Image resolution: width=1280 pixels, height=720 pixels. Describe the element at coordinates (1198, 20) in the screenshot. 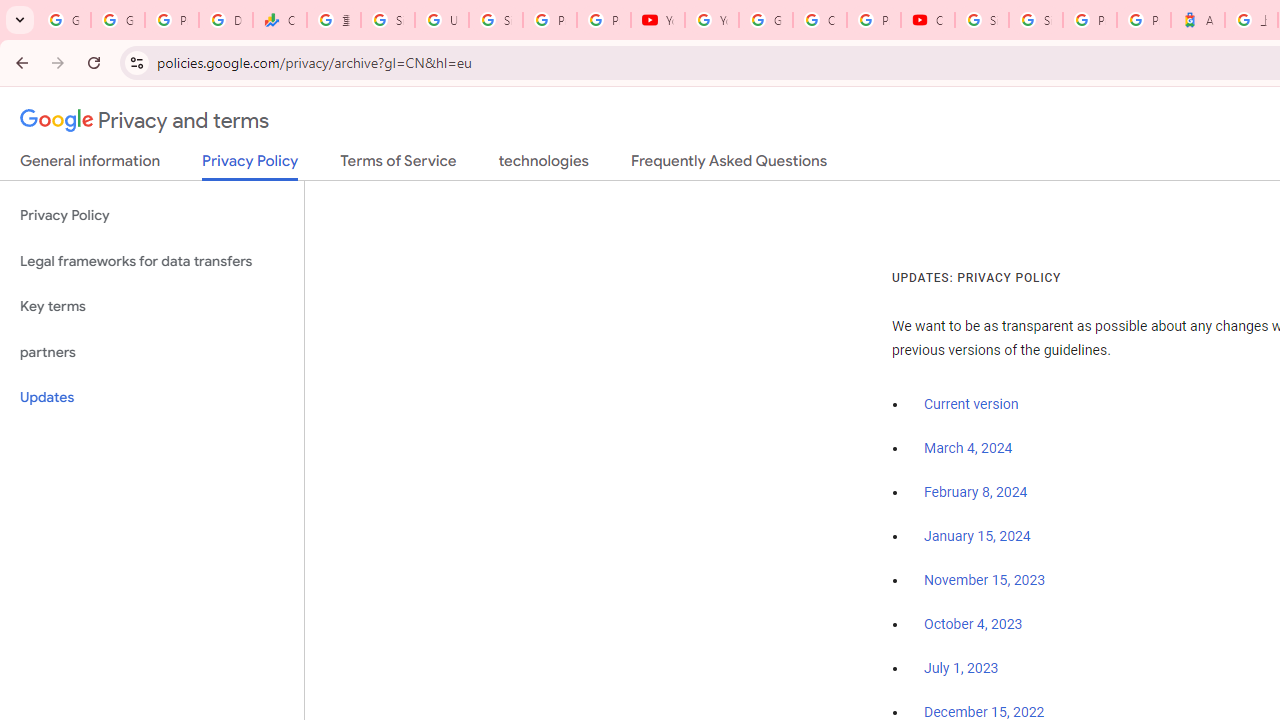

I see `'Atour Hotel - Google hotels'` at that location.